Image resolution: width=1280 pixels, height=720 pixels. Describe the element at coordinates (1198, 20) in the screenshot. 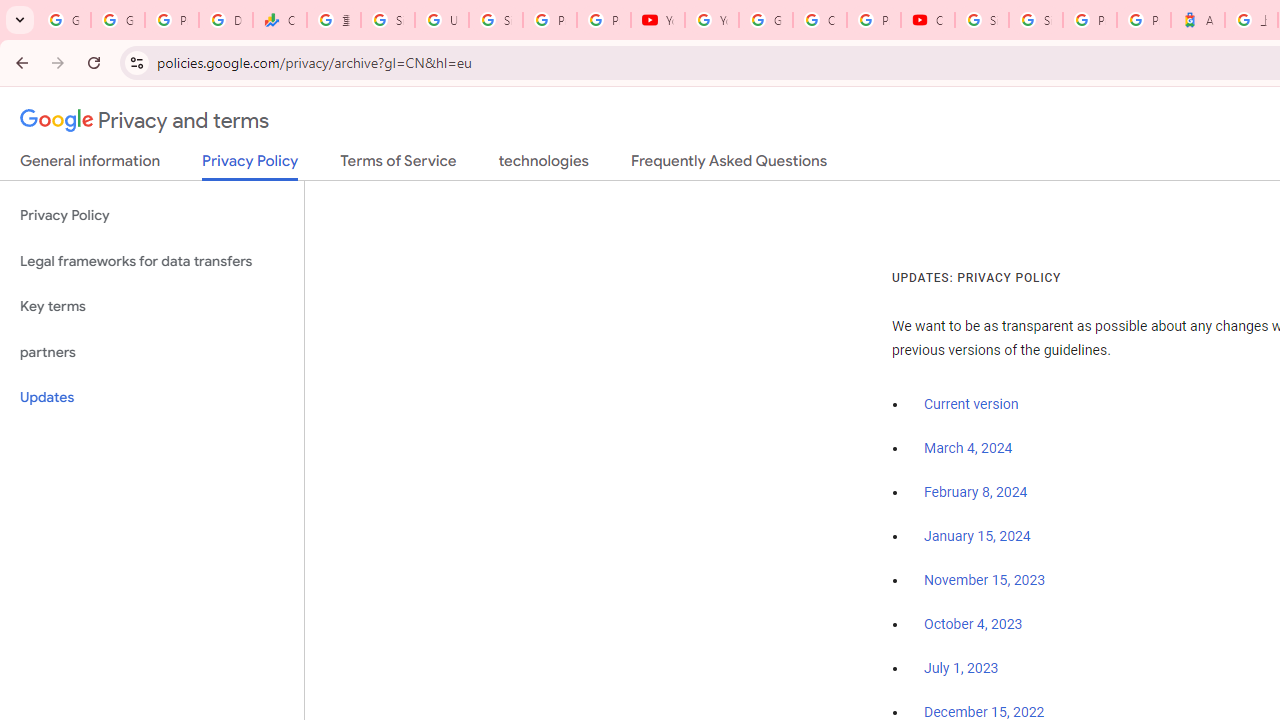

I see `'Atour Hotel - Google hotels'` at that location.